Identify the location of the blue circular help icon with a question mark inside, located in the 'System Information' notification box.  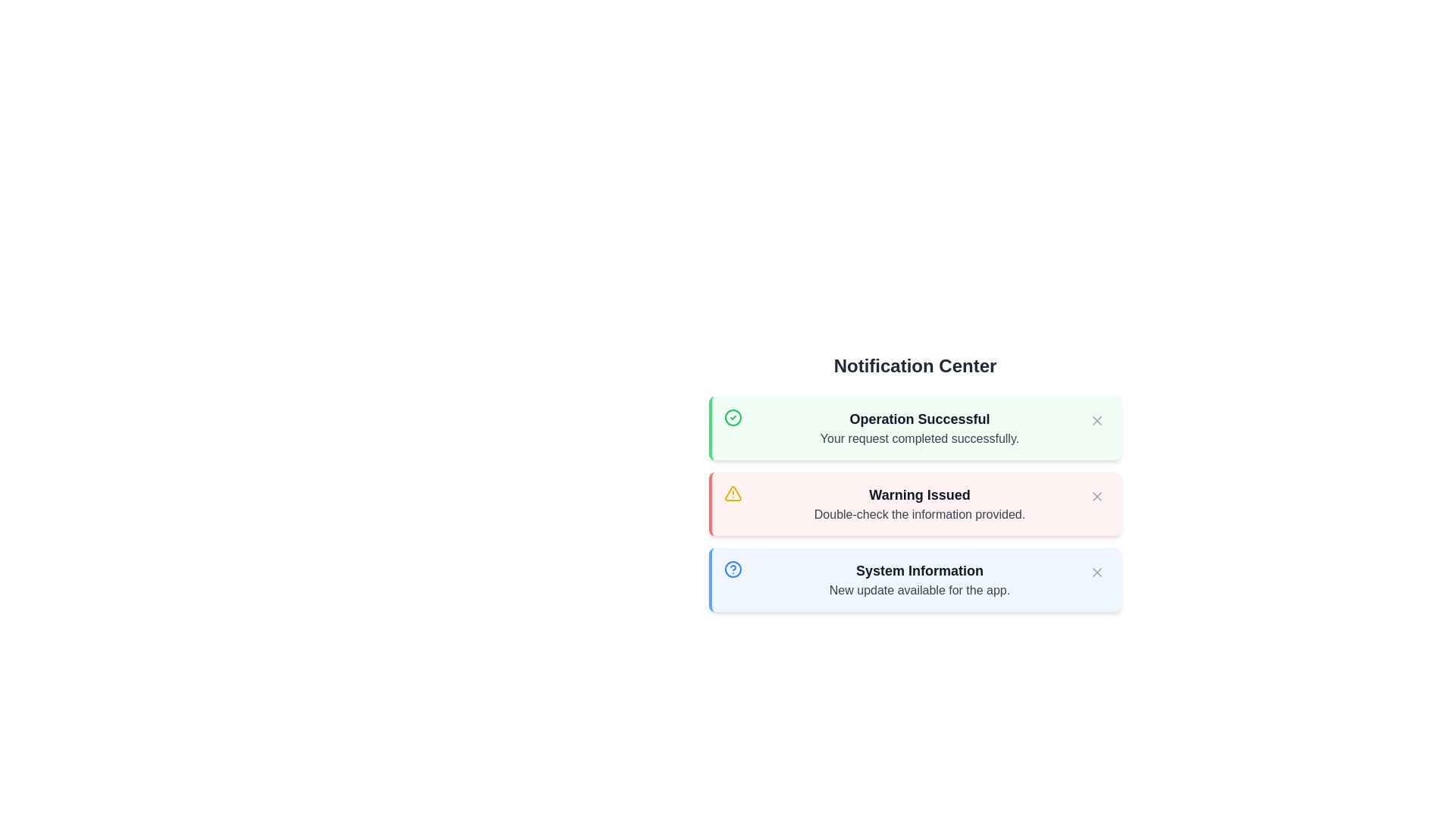
(733, 570).